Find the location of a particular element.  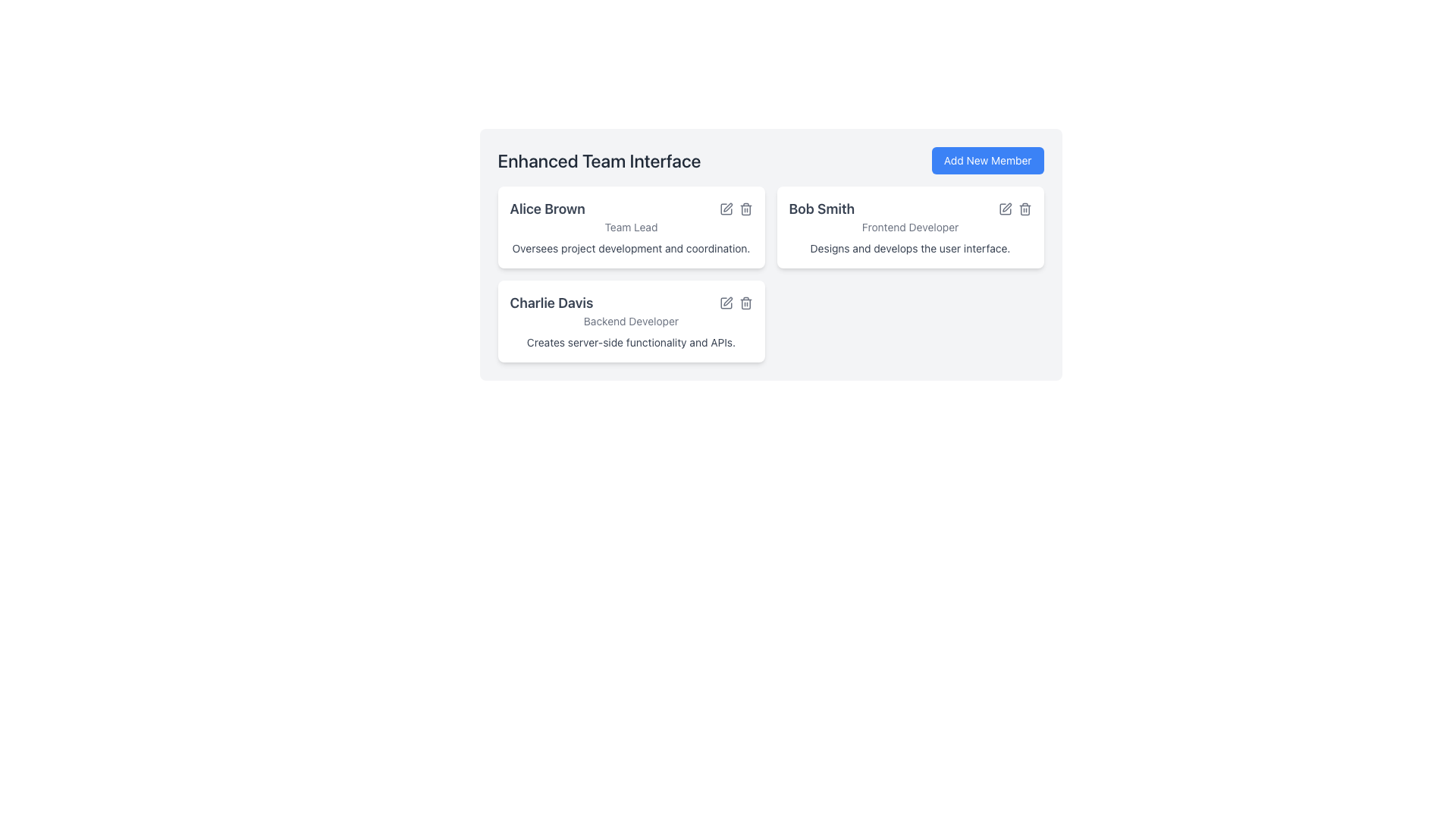

the edit icon in the Icon group with actions for 'Bob Smith' is located at coordinates (1015, 209).